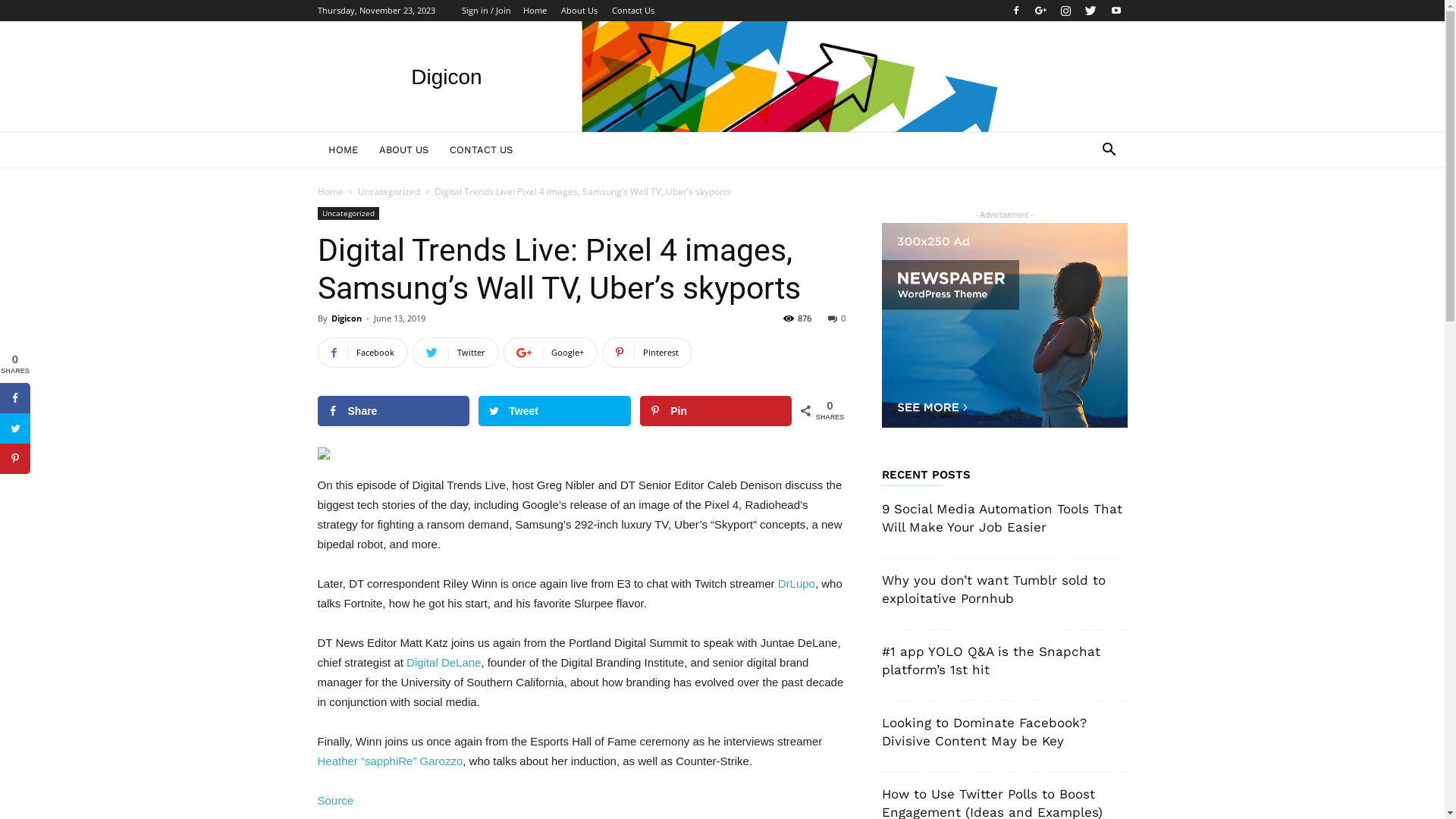 Image resolution: width=1456 pixels, height=819 pixels. I want to click on 'Home', so click(329, 190).